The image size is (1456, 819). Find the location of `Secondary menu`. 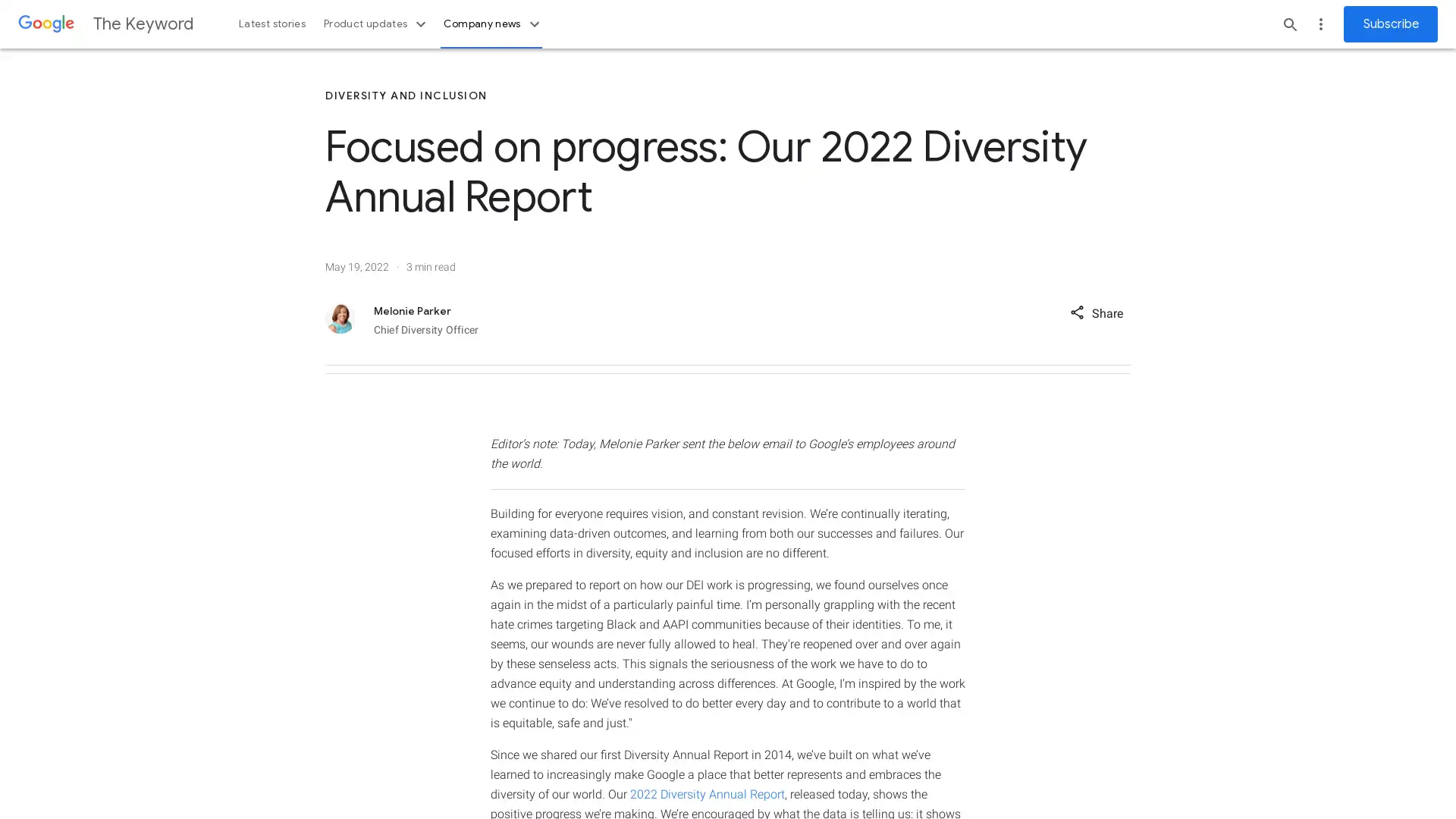

Secondary menu is located at coordinates (1320, 24).